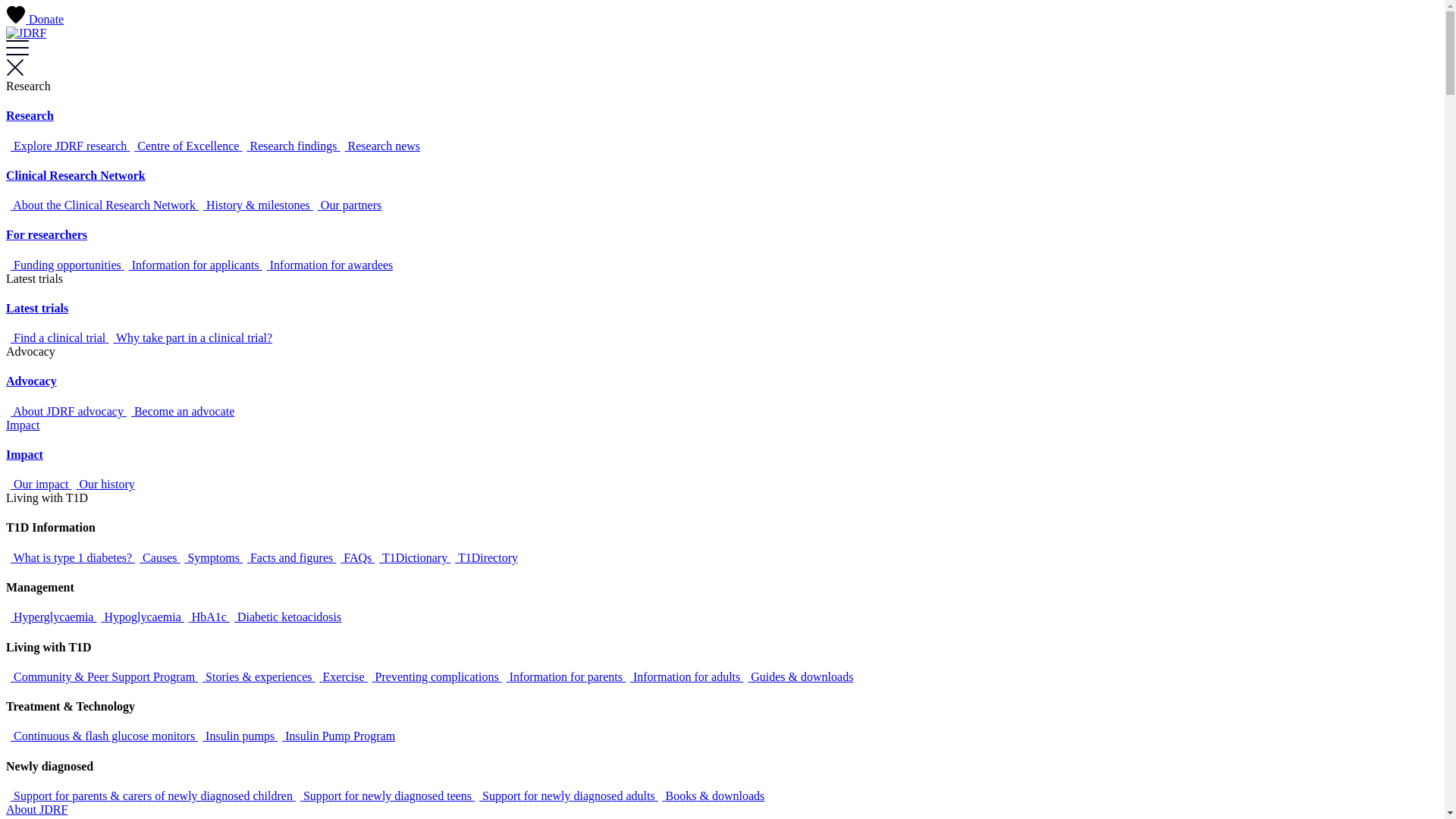  Describe the element at coordinates (412, 557) in the screenshot. I see `'T1Dictionary'` at that location.